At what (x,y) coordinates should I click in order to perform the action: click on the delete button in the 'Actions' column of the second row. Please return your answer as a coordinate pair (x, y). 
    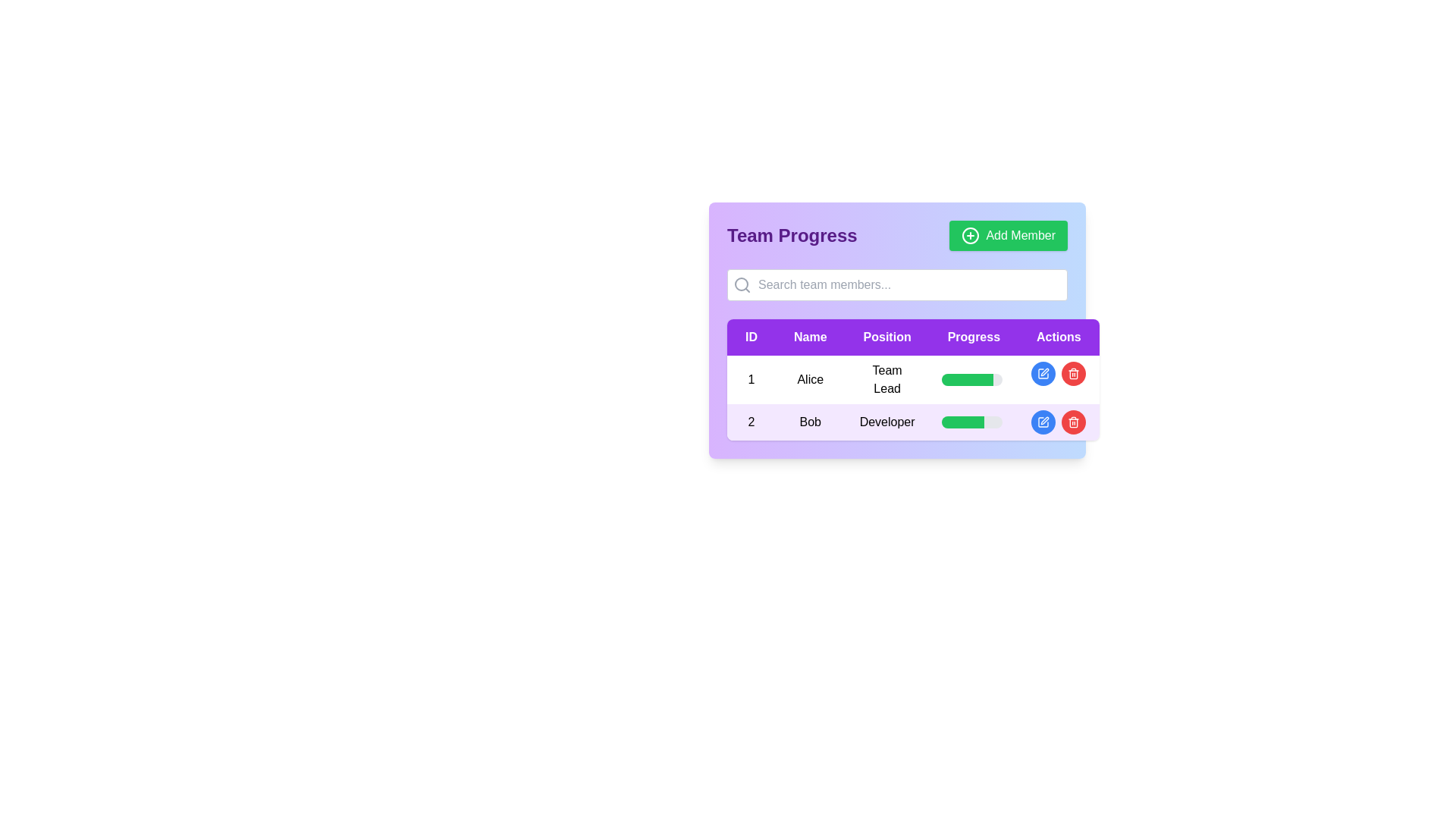
    Looking at the image, I should click on (1073, 422).